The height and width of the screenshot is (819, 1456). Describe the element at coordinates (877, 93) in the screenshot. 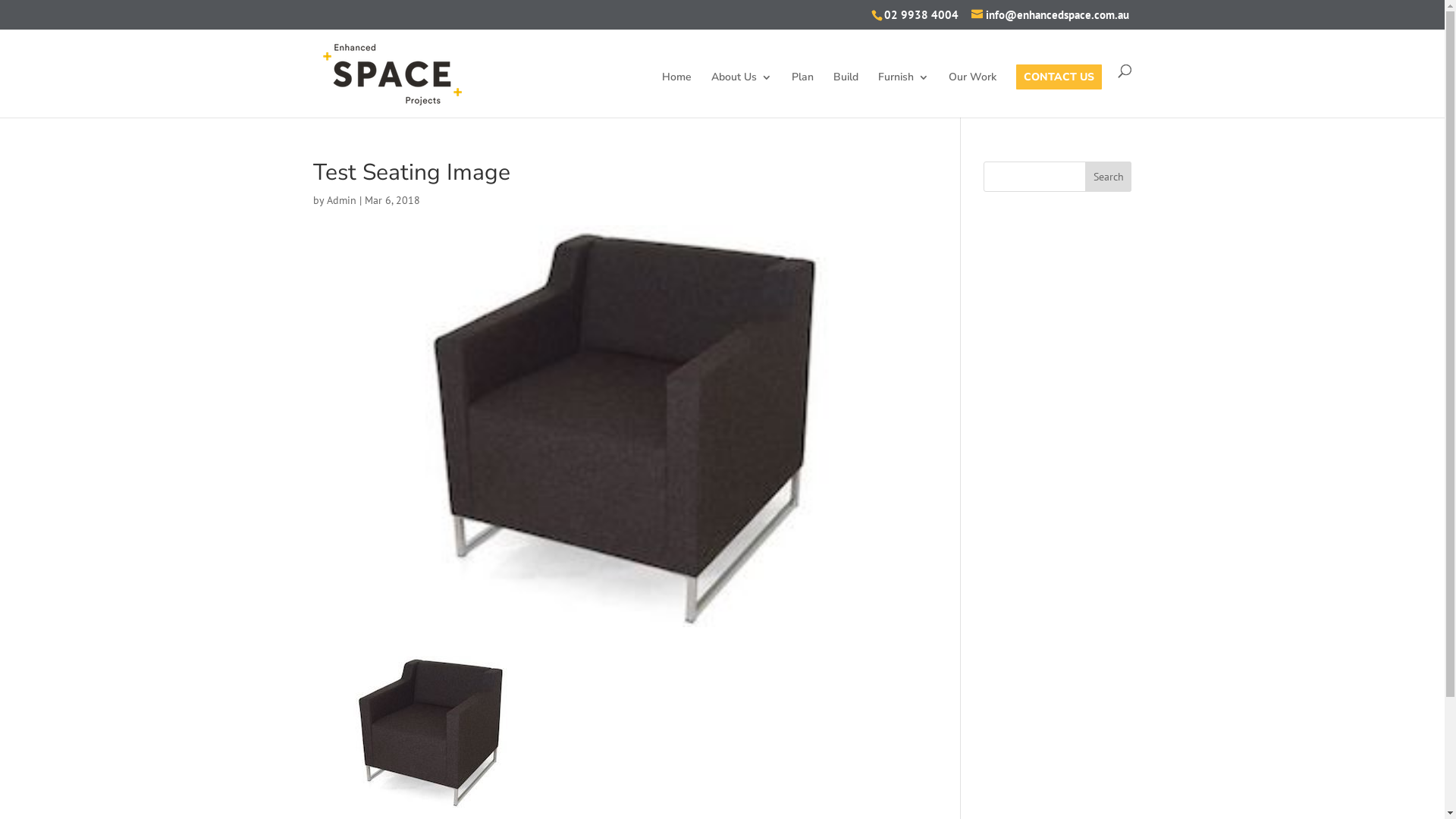

I see `'Furnish'` at that location.